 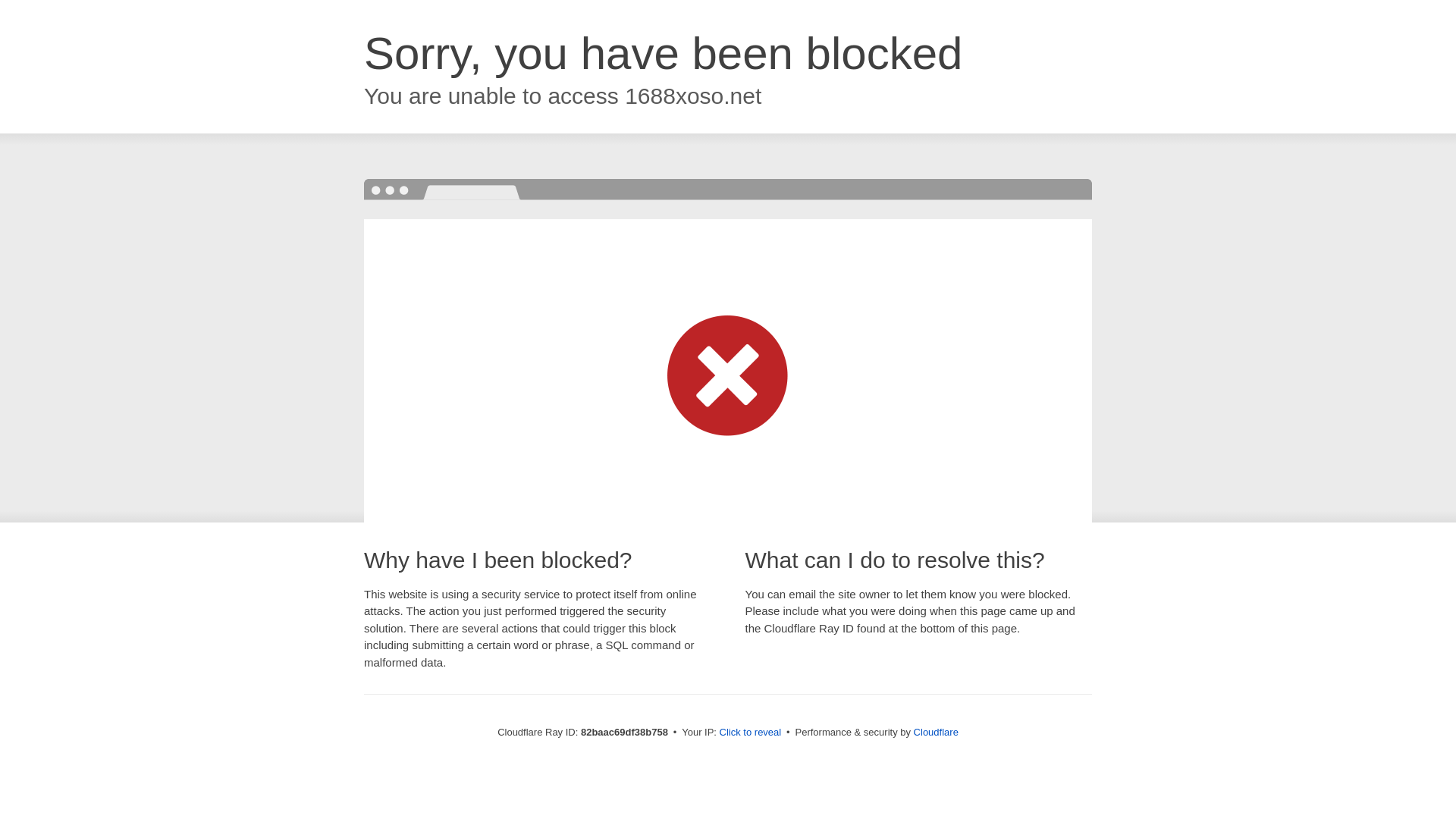 I want to click on 'Click to reveal', so click(x=719, y=731).